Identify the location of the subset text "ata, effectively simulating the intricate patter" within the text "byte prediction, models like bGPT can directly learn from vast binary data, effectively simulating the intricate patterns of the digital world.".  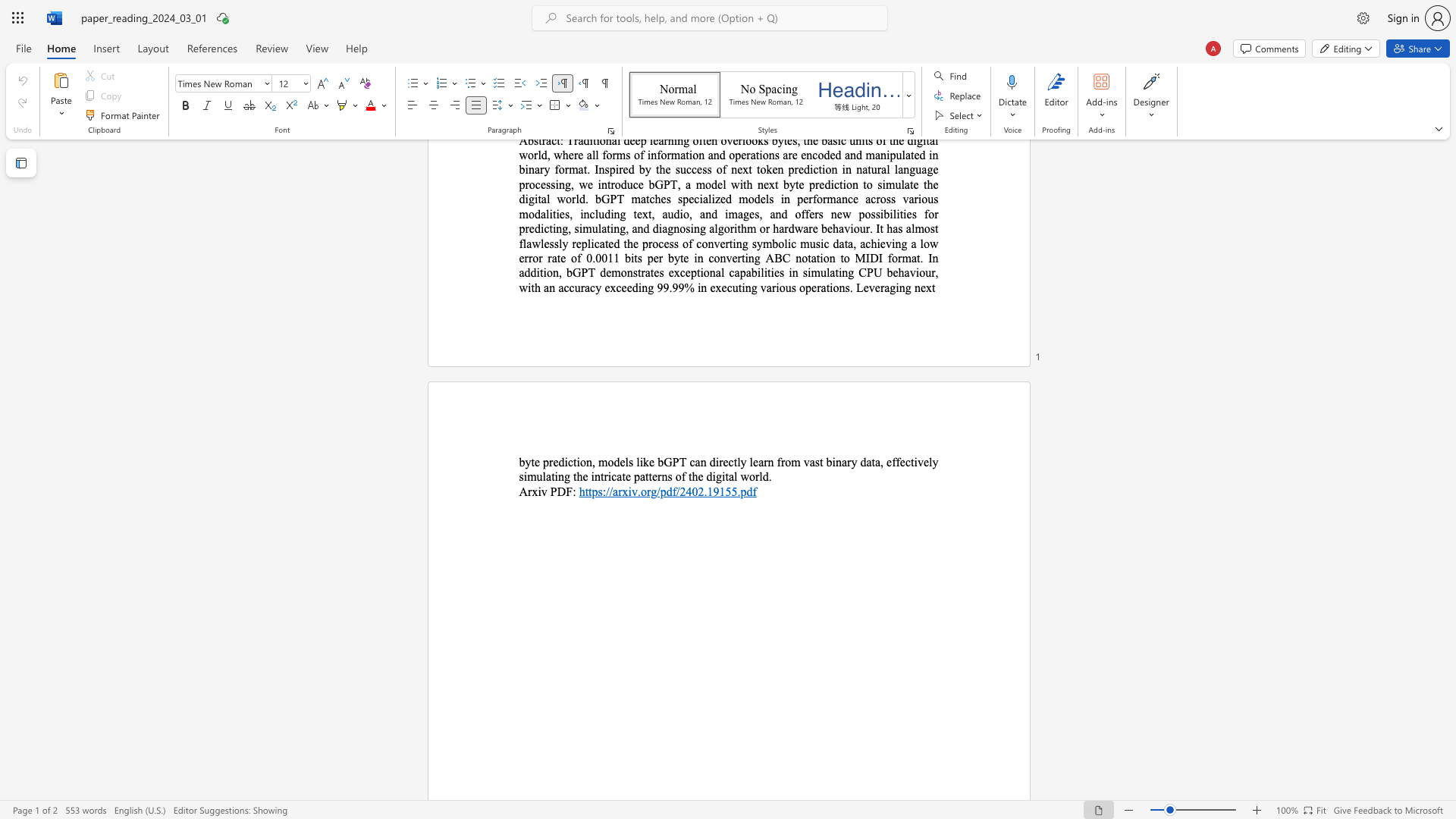
(866, 461).